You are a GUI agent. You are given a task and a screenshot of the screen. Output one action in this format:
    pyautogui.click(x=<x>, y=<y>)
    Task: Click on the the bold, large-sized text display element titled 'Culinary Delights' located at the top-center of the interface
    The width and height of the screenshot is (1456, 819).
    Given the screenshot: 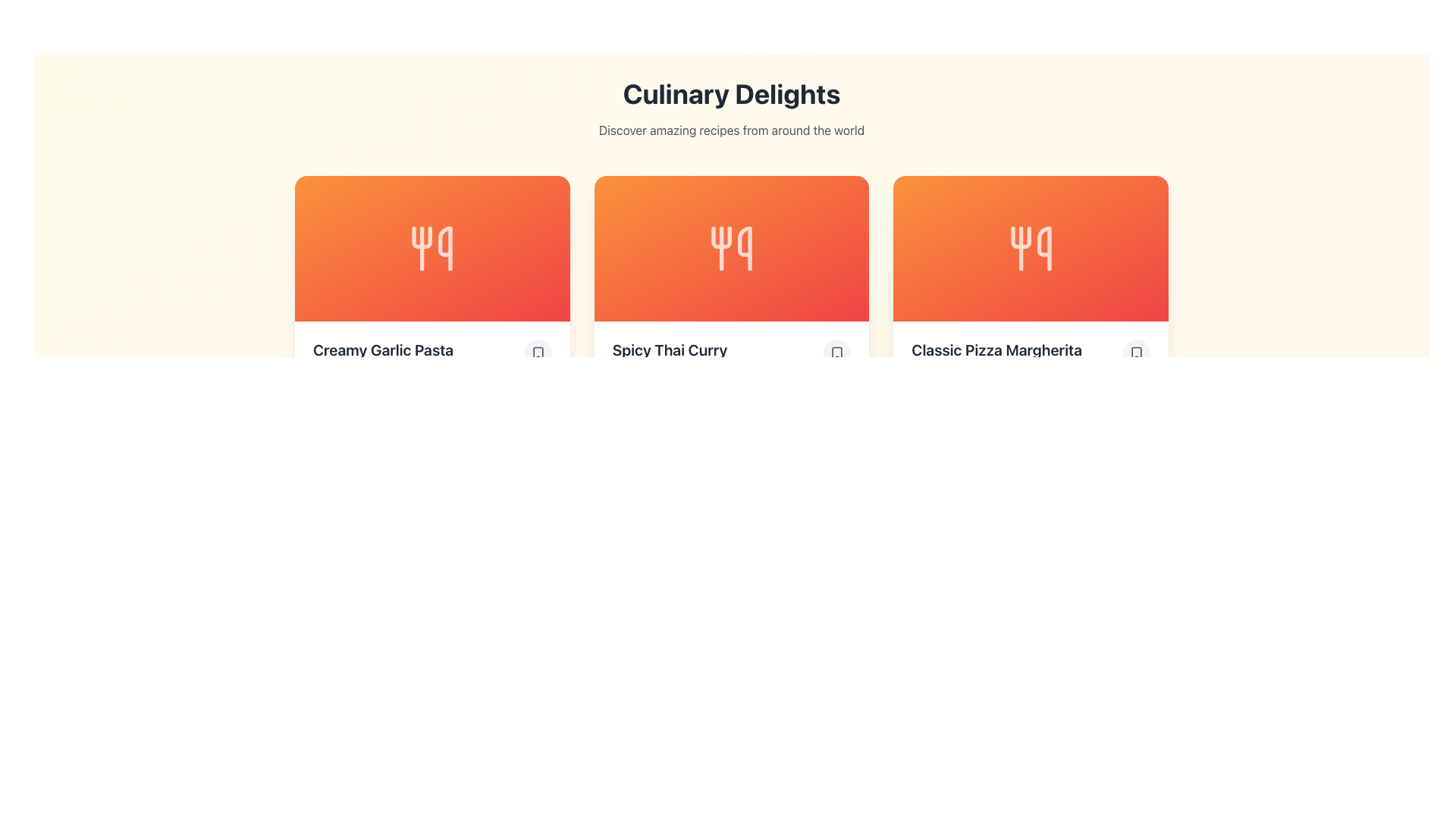 What is the action you would take?
    pyautogui.click(x=731, y=93)
    